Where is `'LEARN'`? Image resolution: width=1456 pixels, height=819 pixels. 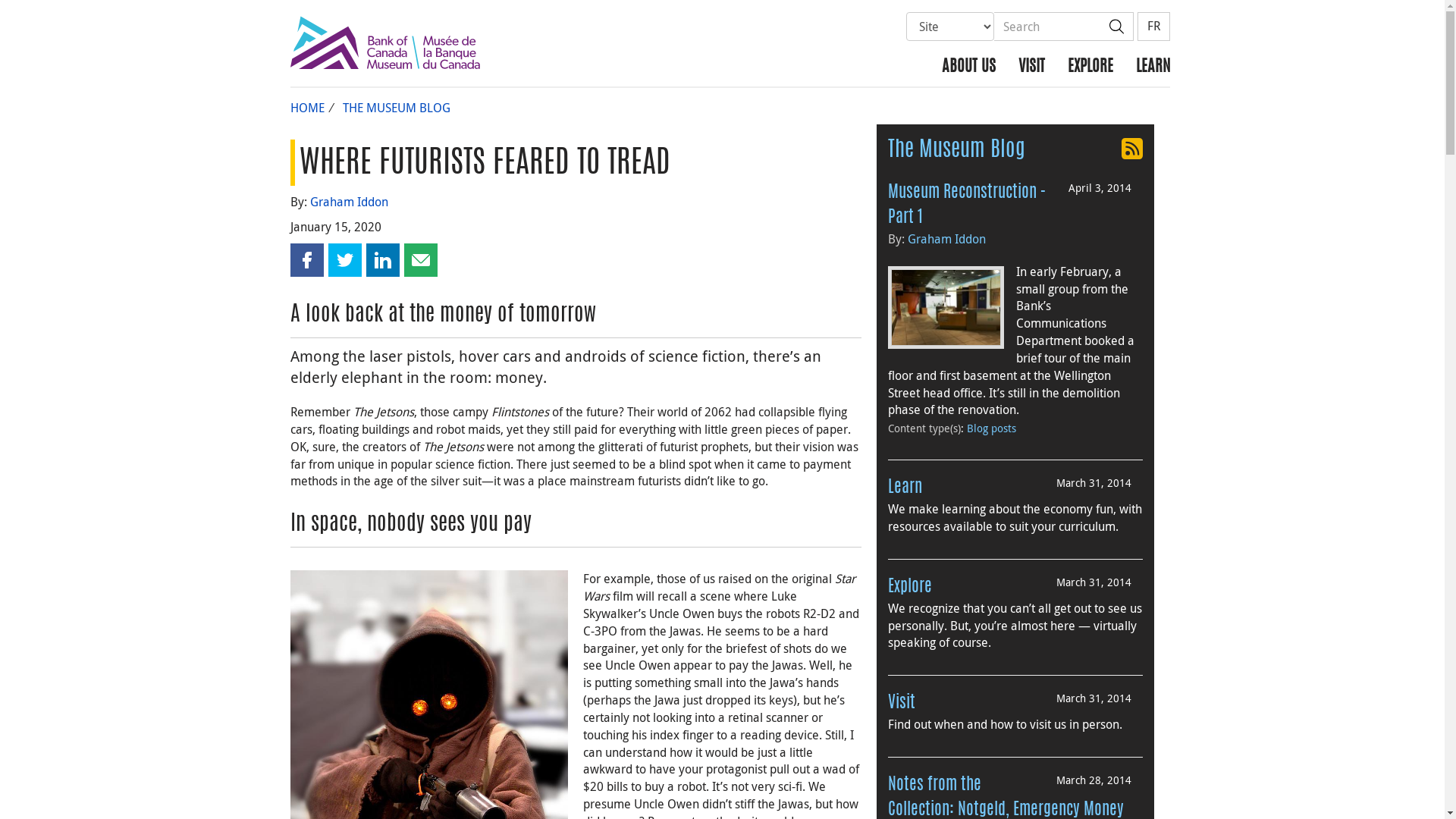 'LEARN' is located at coordinates (1147, 64).